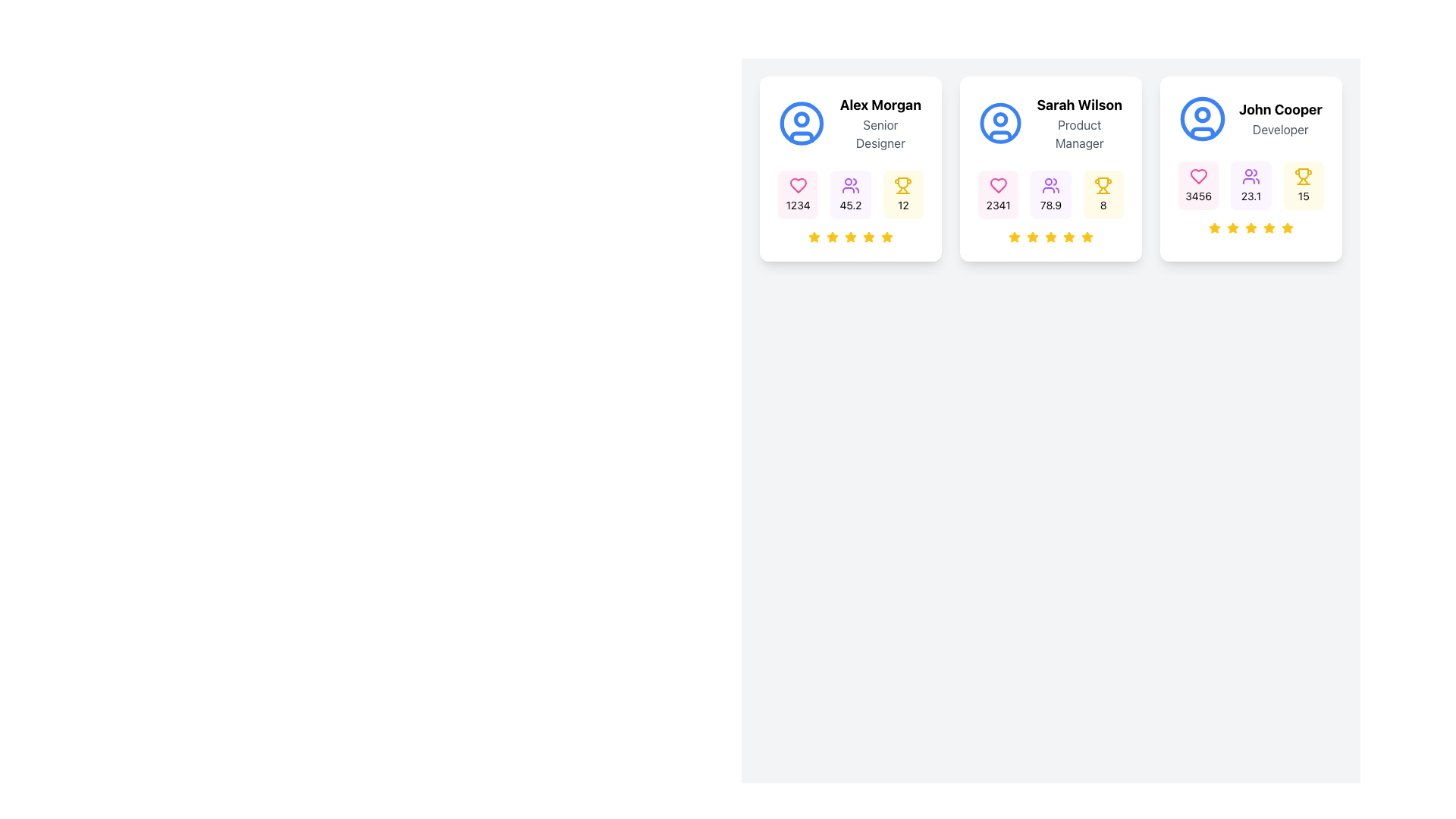  What do you see at coordinates (851, 185) in the screenshot?
I see `the engagement metric icon located in the card element below the profile graphic of 'Alex Morgan' and above the numerical label '45.2'` at bounding box center [851, 185].